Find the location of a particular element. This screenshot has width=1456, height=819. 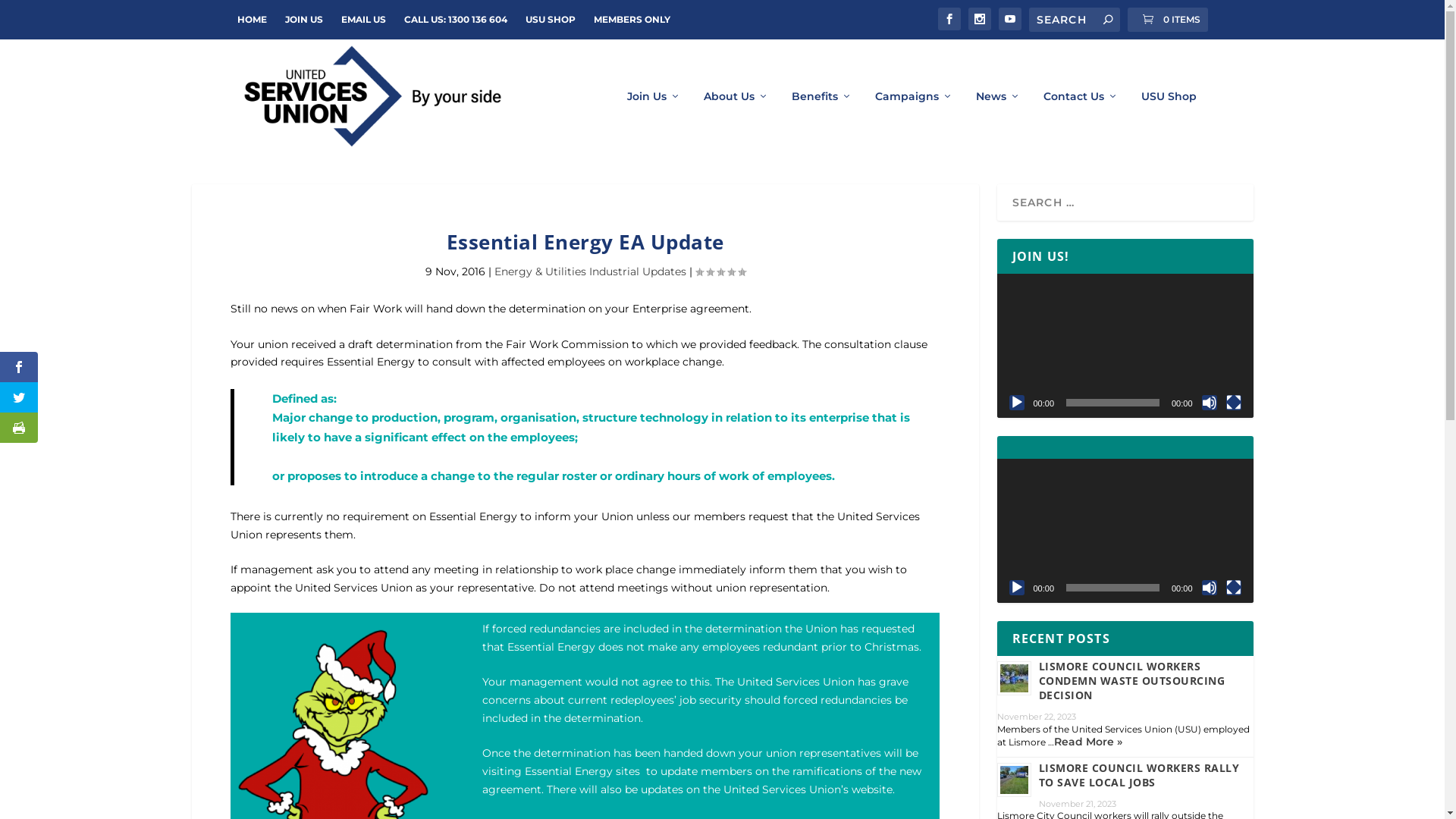

'CALL US: 1300 136 604' is located at coordinates (454, 20).